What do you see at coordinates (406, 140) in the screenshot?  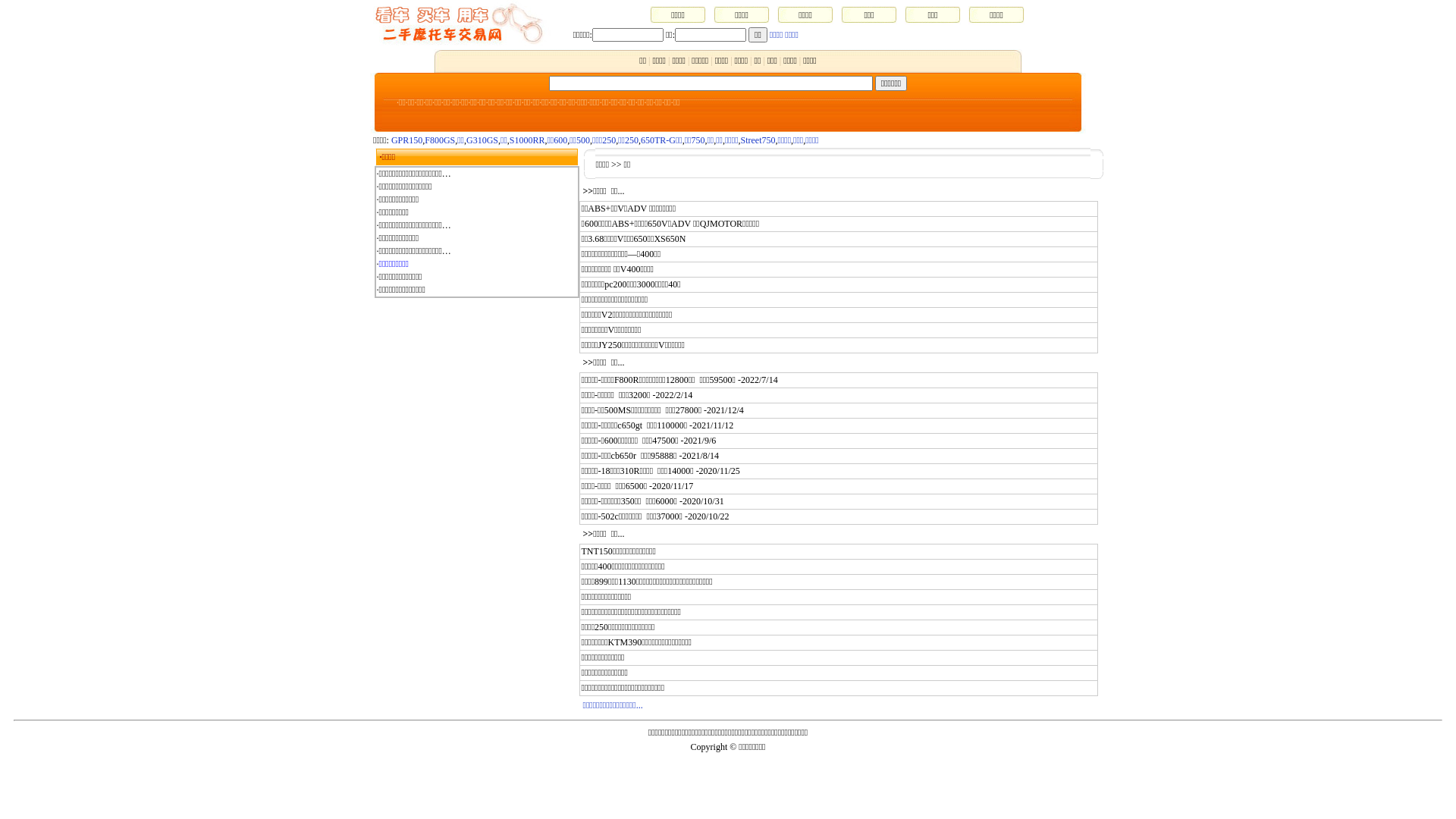 I see `'GPR150'` at bounding box center [406, 140].